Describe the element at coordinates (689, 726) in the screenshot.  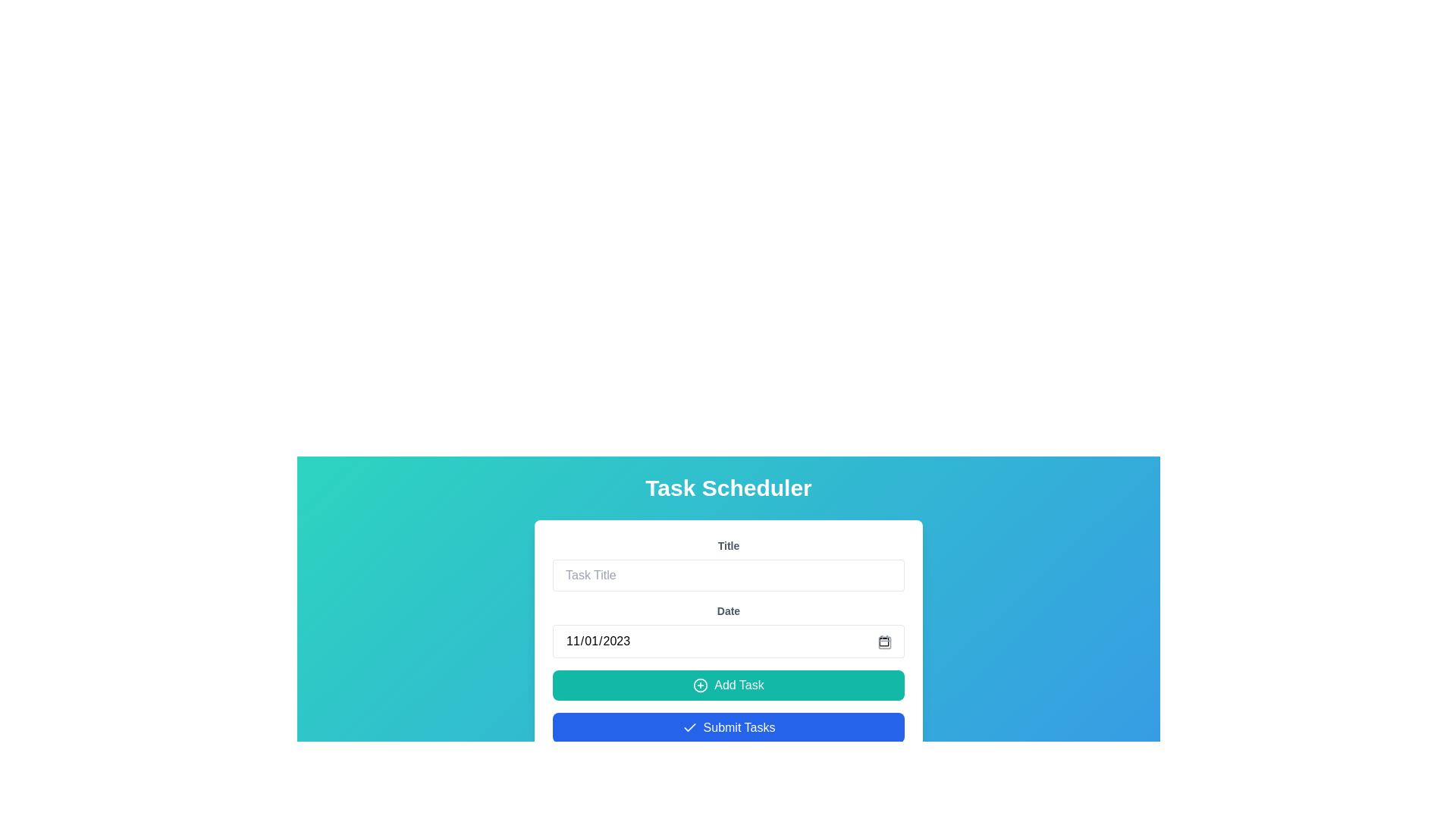
I see `the 'Submit Tasks' button which contains the checkmark icon` at that location.